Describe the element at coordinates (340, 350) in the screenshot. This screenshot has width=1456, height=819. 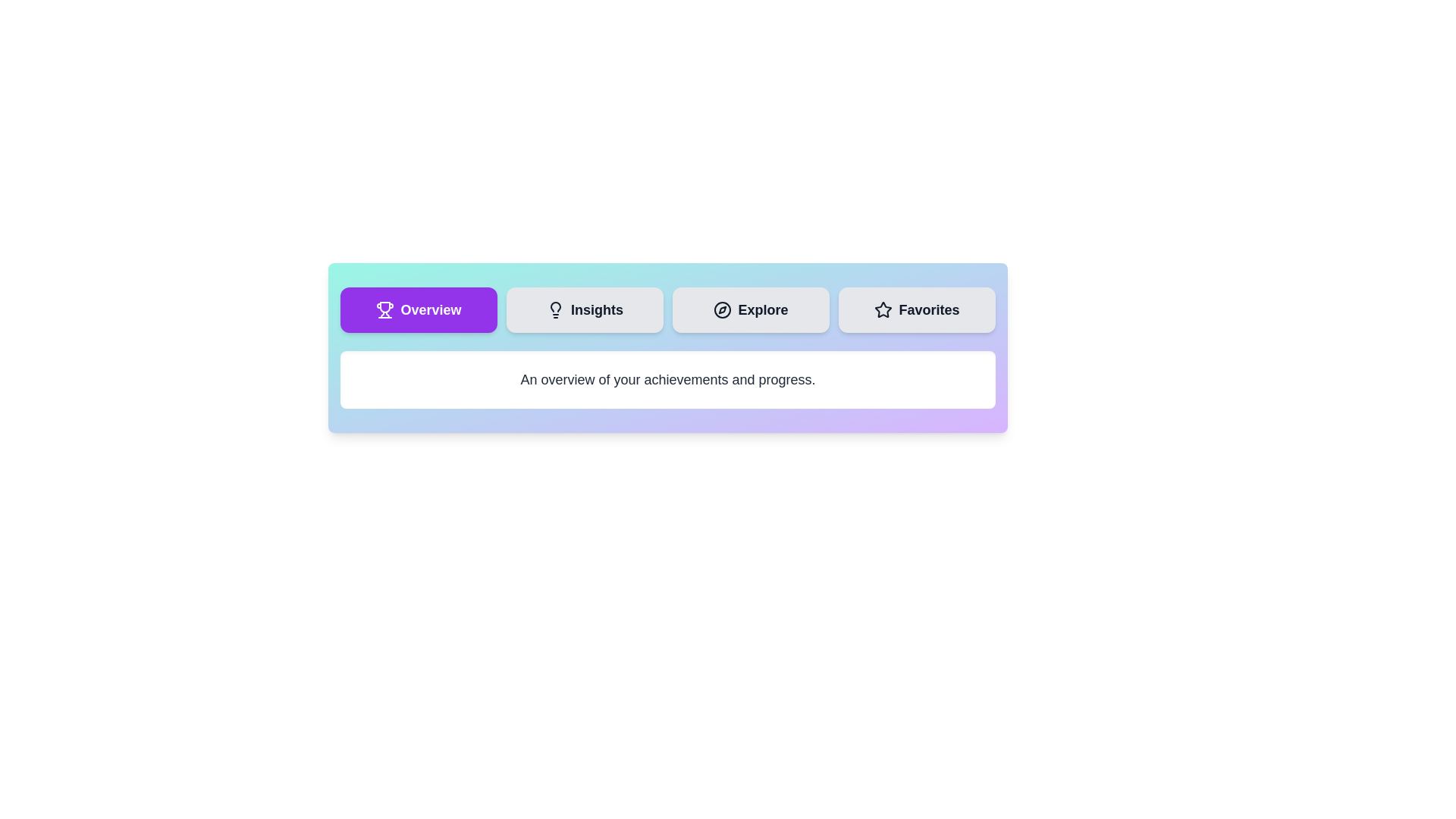
I see `the text in the content area` at that location.